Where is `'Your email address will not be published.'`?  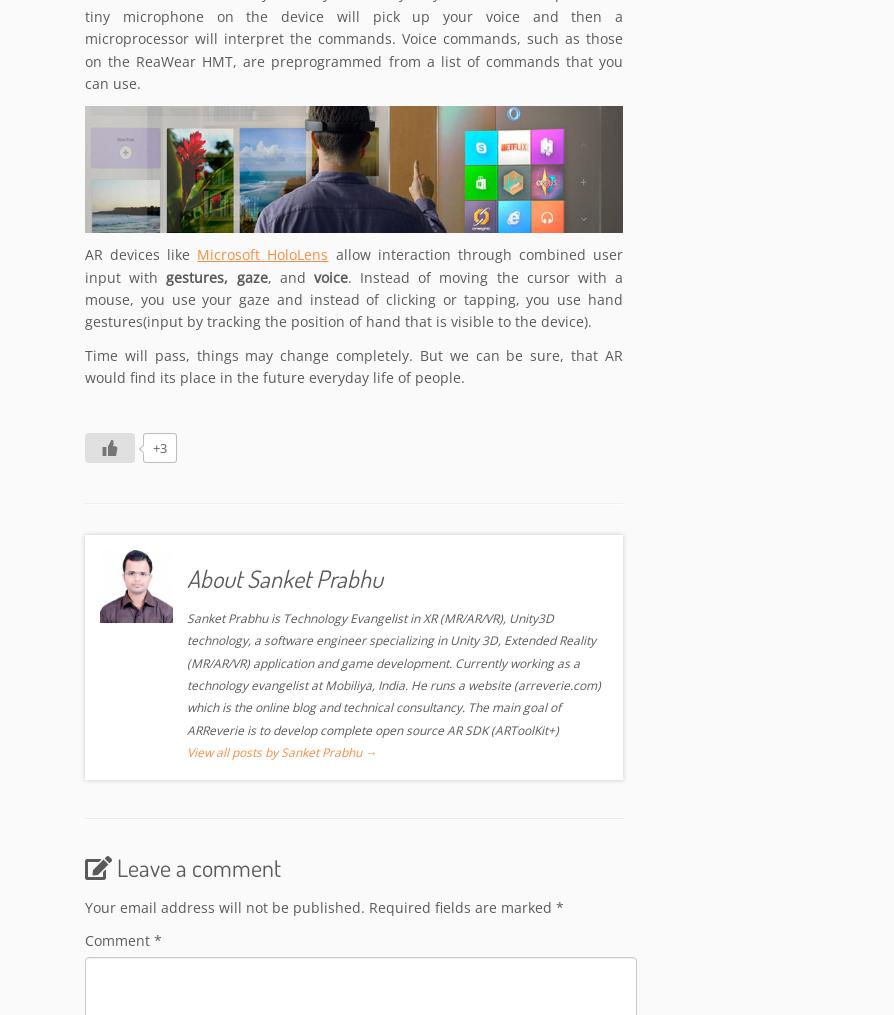 'Your email address will not be published.' is located at coordinates (224, 907).